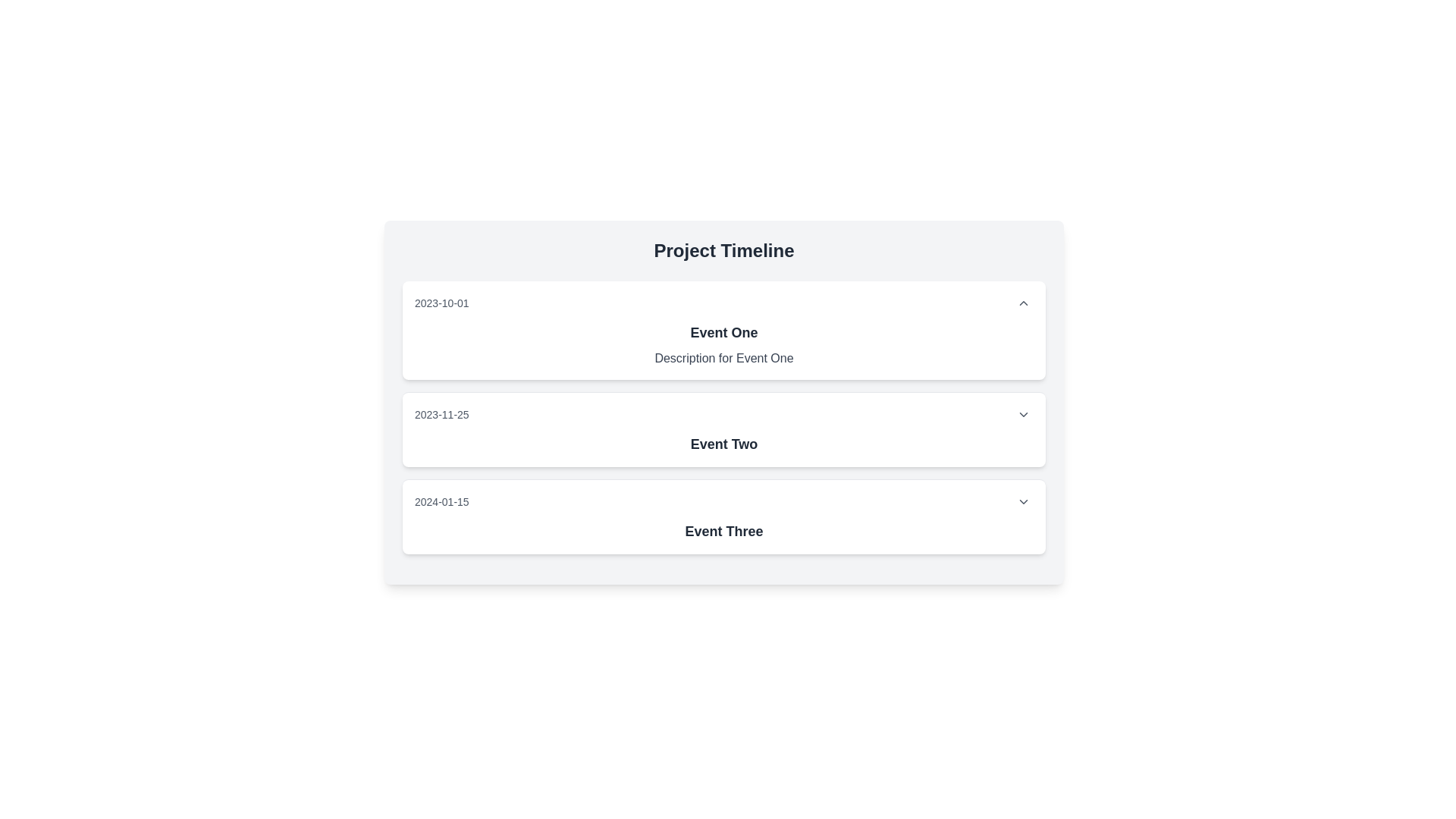 This screenshot has height=819, width=1456. Describe the element at coordinates (1023, 415) in the screenshot. I see `the toggle icon located at the right edge of the 'Event Two' card` at that location.